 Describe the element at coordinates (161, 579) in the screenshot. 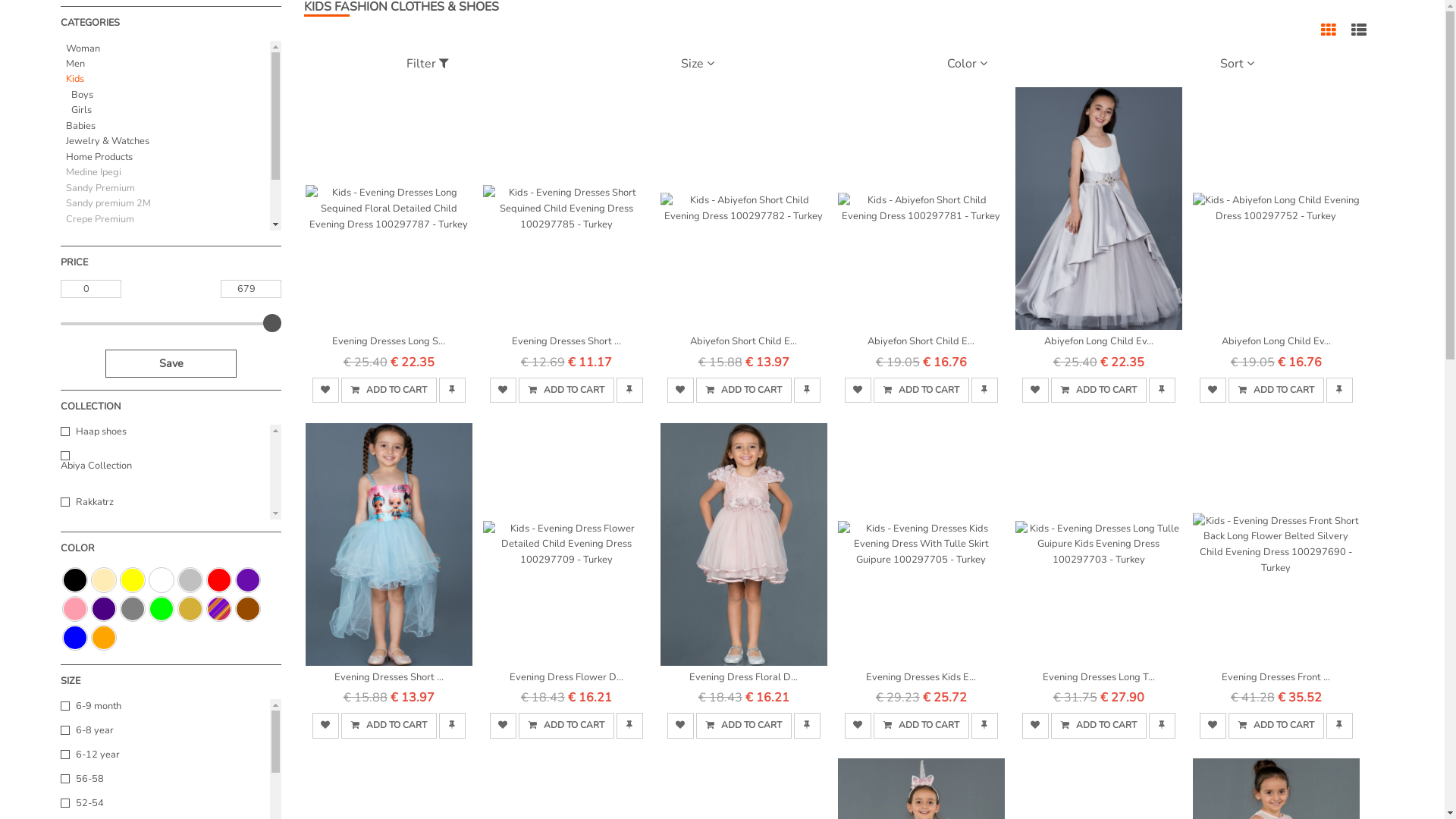

I see `'White'` at that location.